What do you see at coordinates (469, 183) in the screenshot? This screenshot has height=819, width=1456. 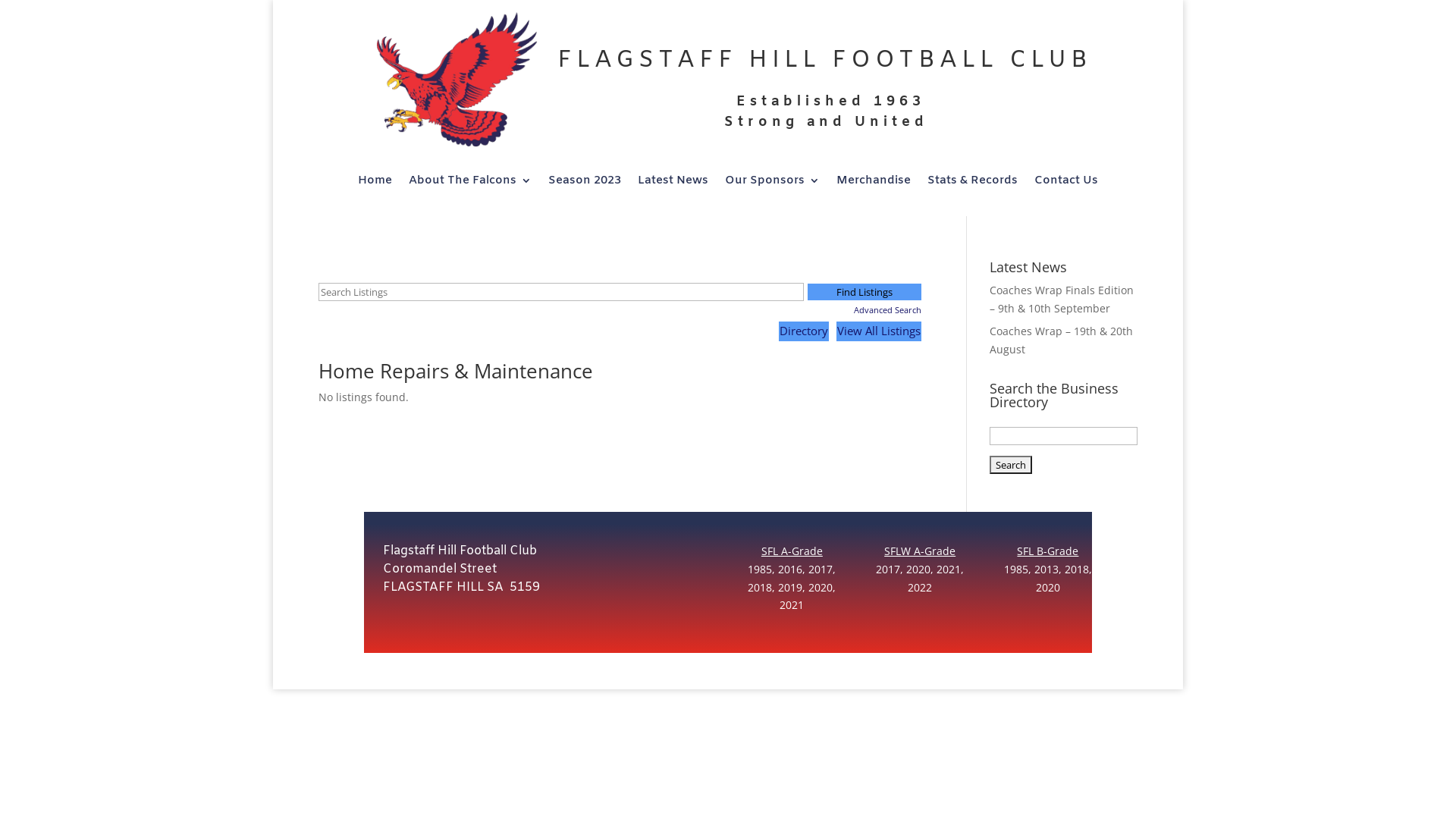 I see `'About The Falcons'` at bounding box center [469, 183].